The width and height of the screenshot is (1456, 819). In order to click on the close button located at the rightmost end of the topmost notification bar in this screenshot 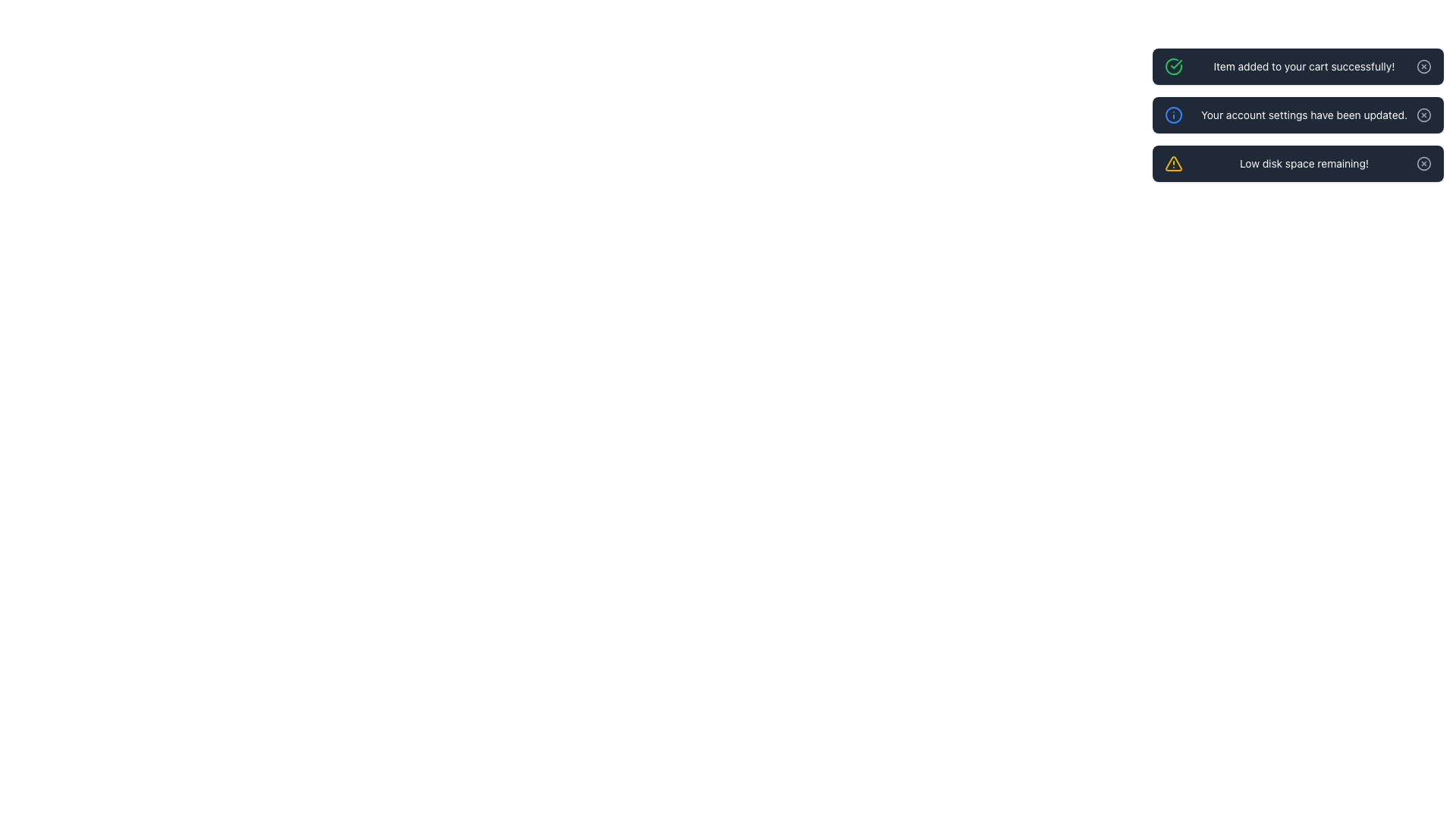, I will do `click(1423, 66)`.